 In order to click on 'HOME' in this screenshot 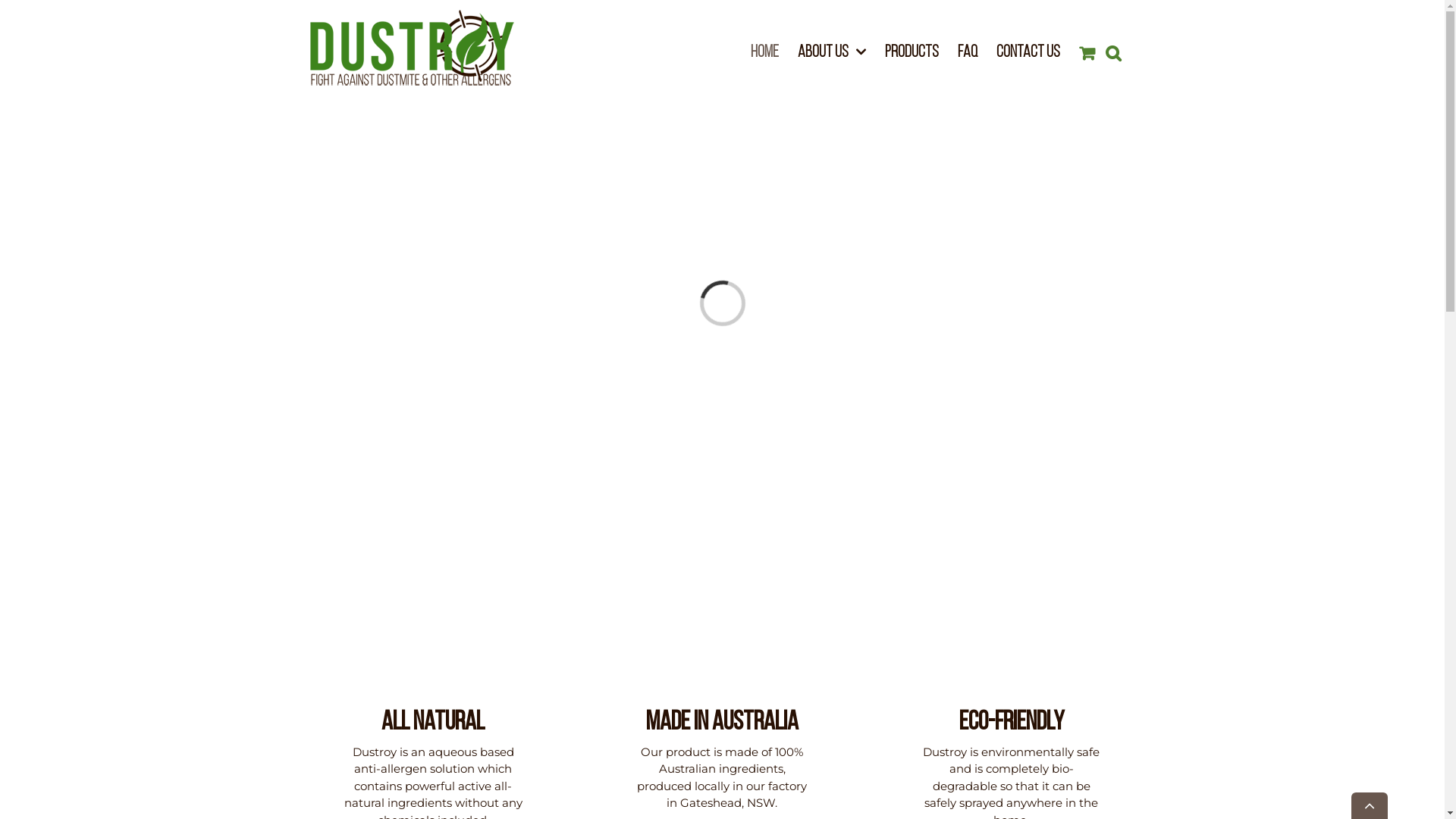, I will do `click(764, 52)`.